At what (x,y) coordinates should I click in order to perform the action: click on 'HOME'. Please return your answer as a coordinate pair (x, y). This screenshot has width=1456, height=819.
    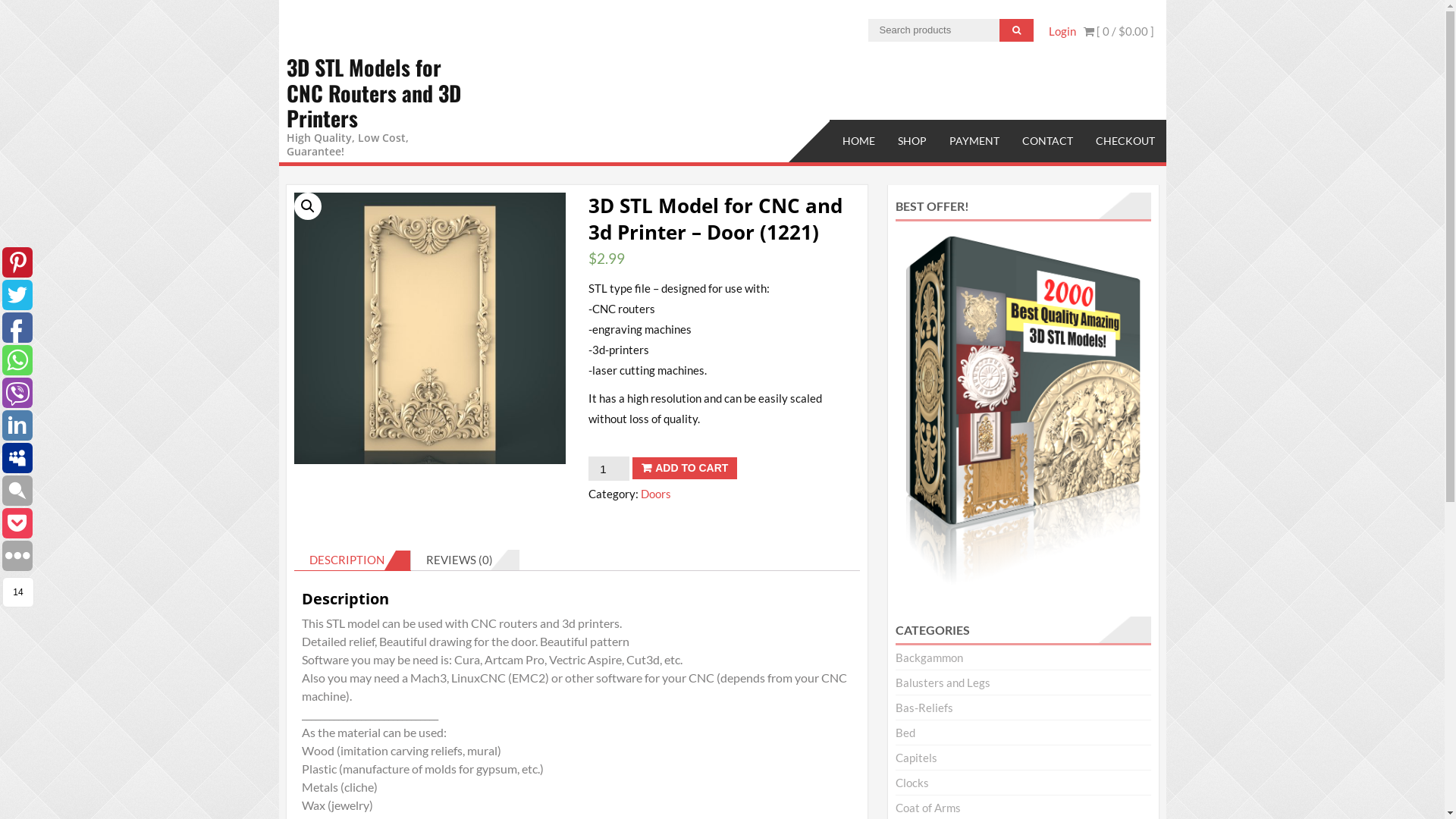
    Looking at the image, I should click on (858, 140).